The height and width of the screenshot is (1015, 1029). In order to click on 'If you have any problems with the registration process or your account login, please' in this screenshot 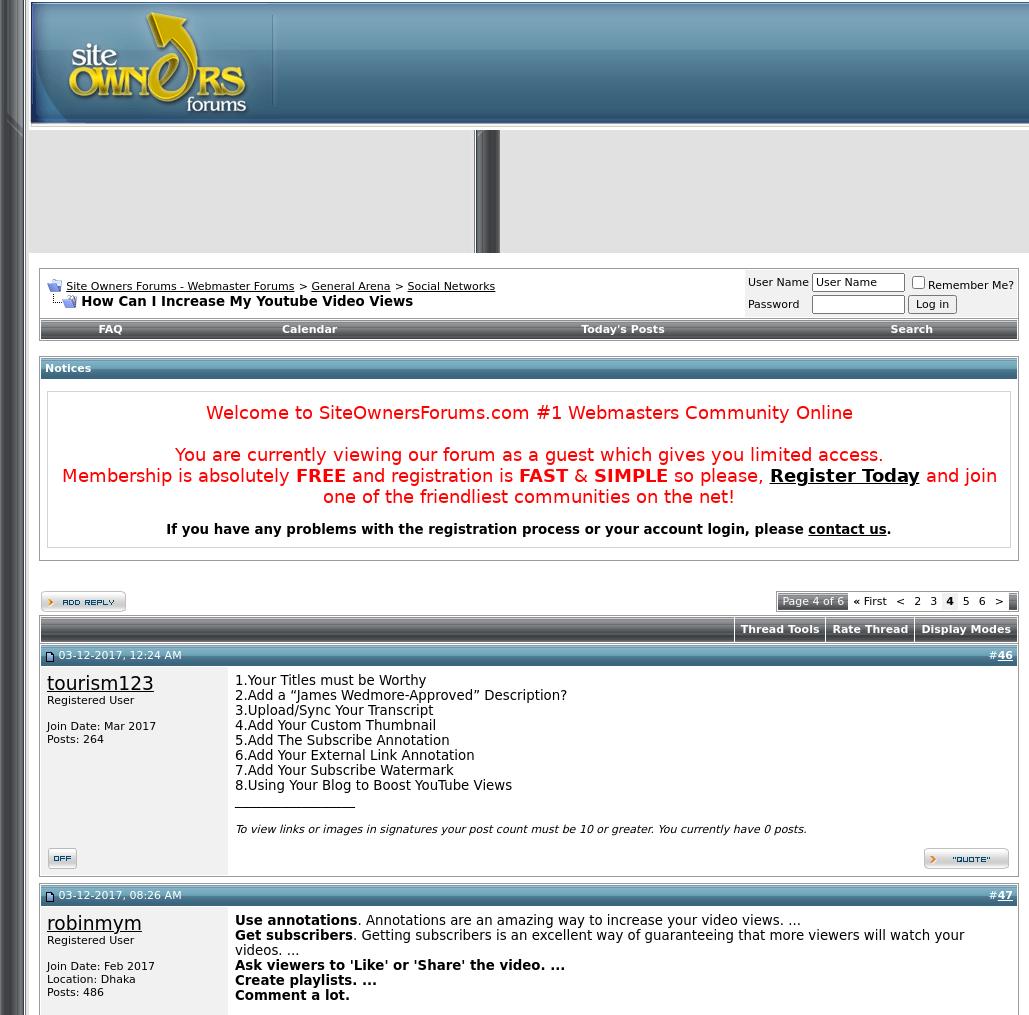, I will do `click(487, 529)`.